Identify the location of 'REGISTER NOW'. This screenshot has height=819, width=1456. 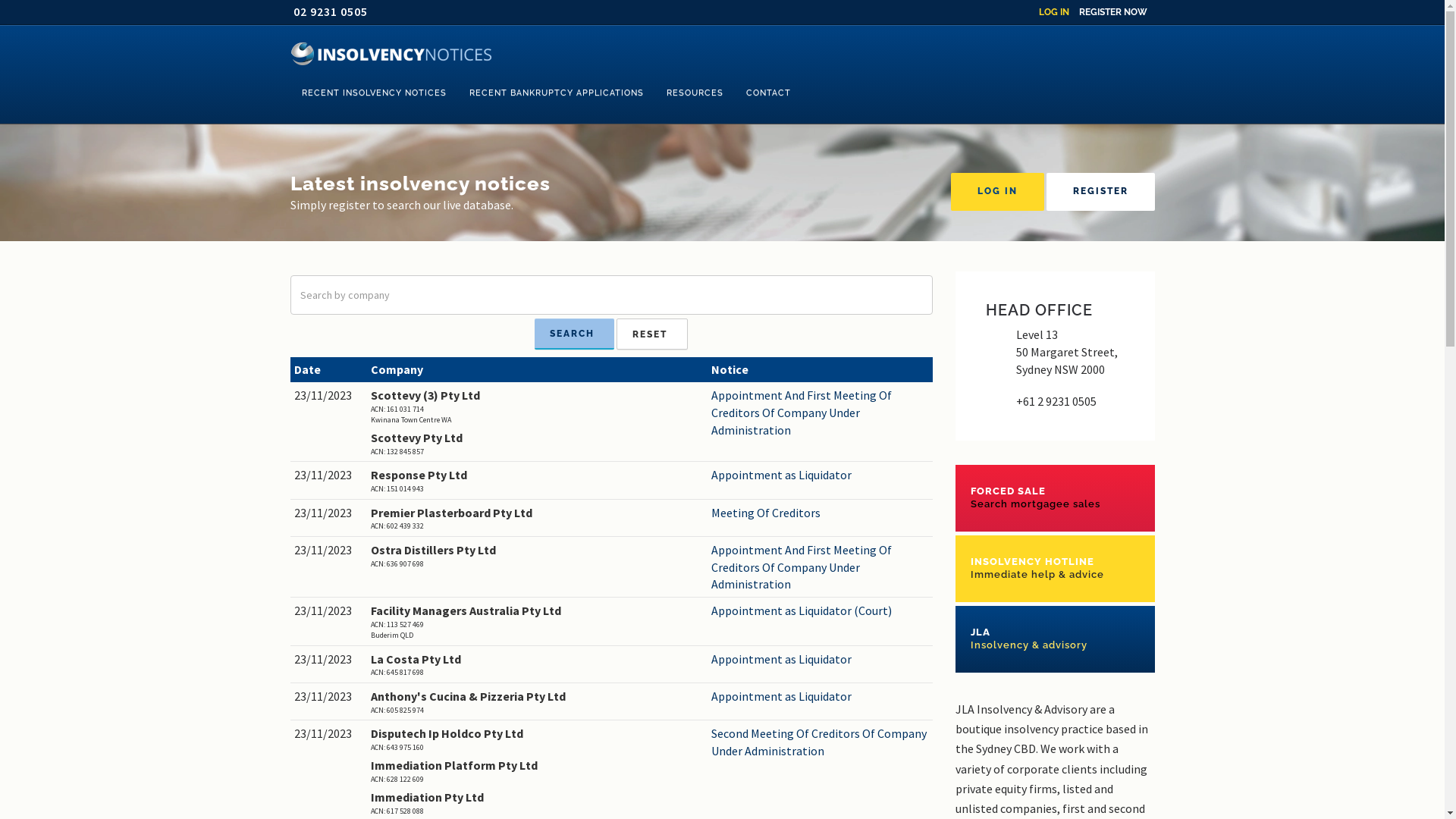
(1077, 11).